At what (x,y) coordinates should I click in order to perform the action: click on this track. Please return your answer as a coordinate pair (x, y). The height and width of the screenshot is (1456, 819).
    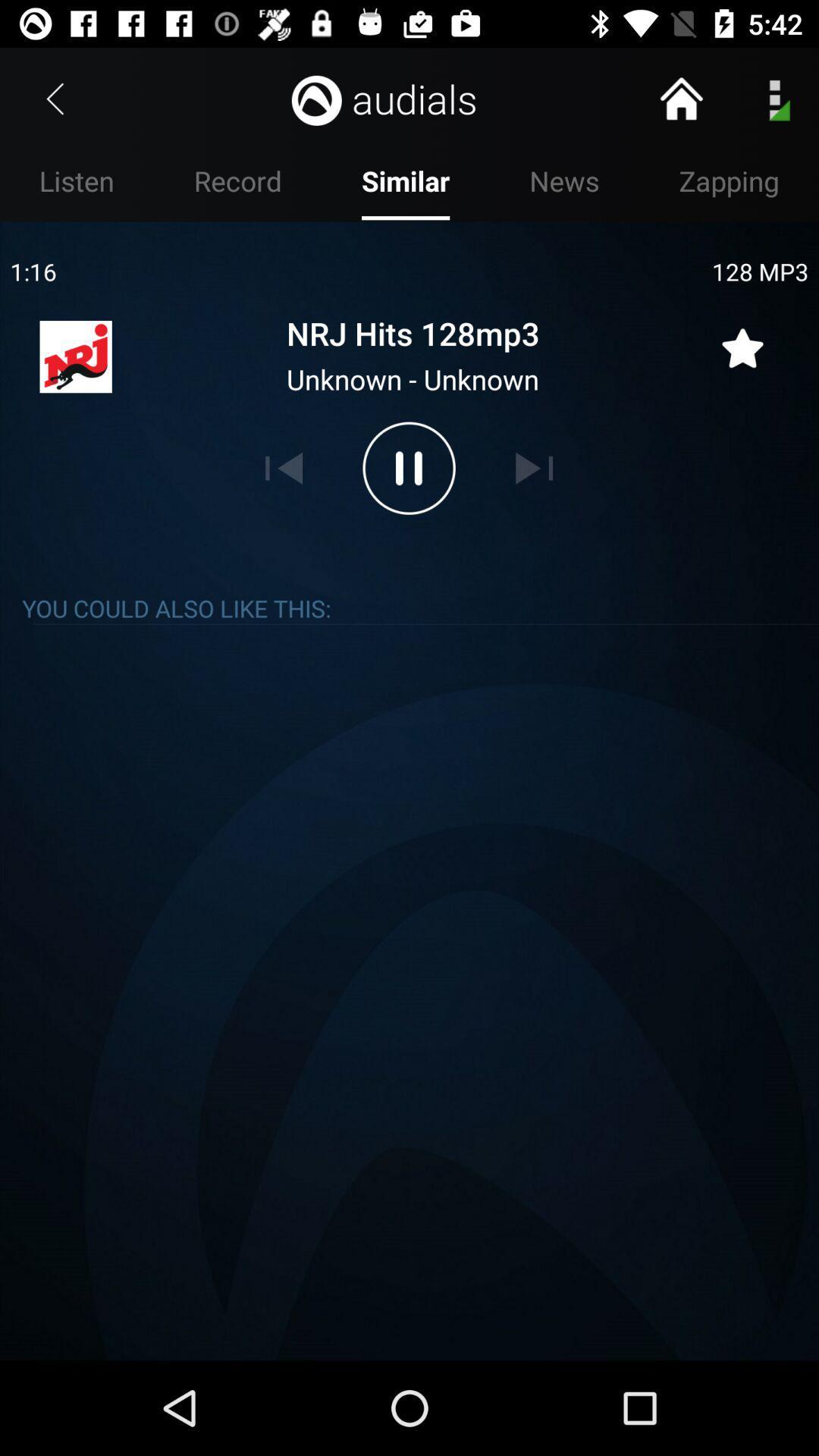
    Looking at the image, I should click on (742, 338).